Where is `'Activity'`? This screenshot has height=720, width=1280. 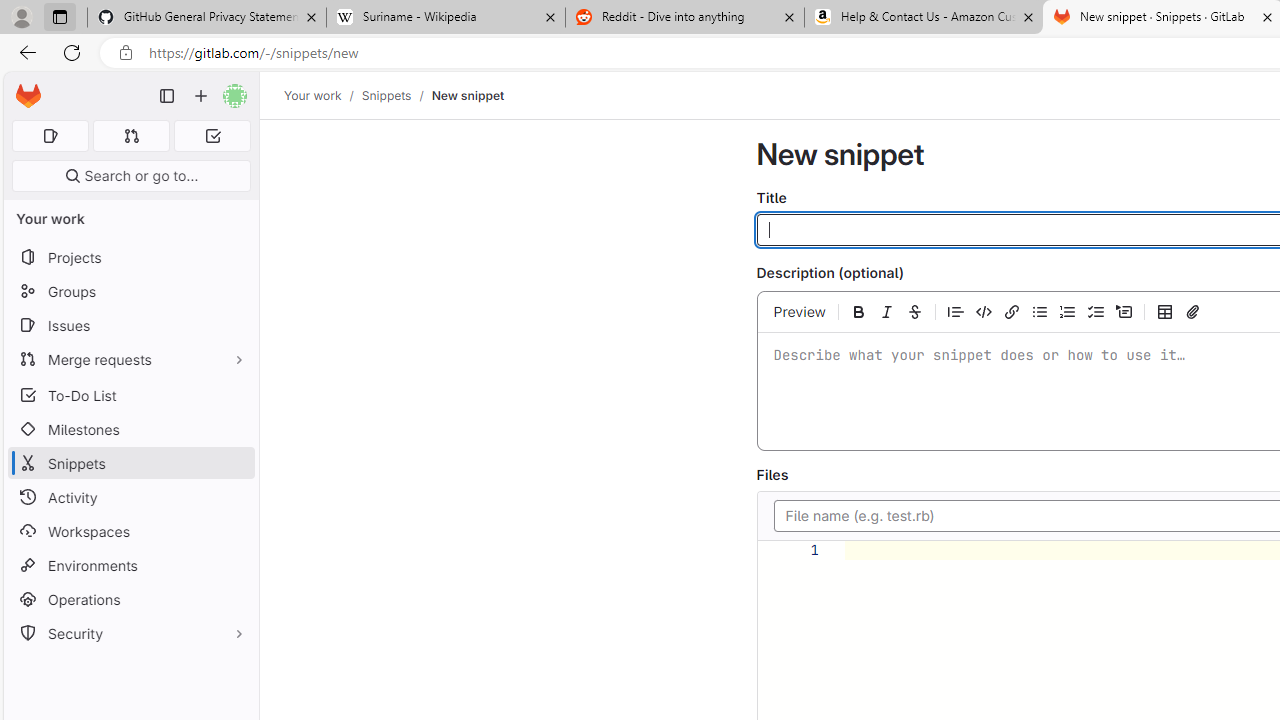
'Activity' is located at coordinates (130, 496).